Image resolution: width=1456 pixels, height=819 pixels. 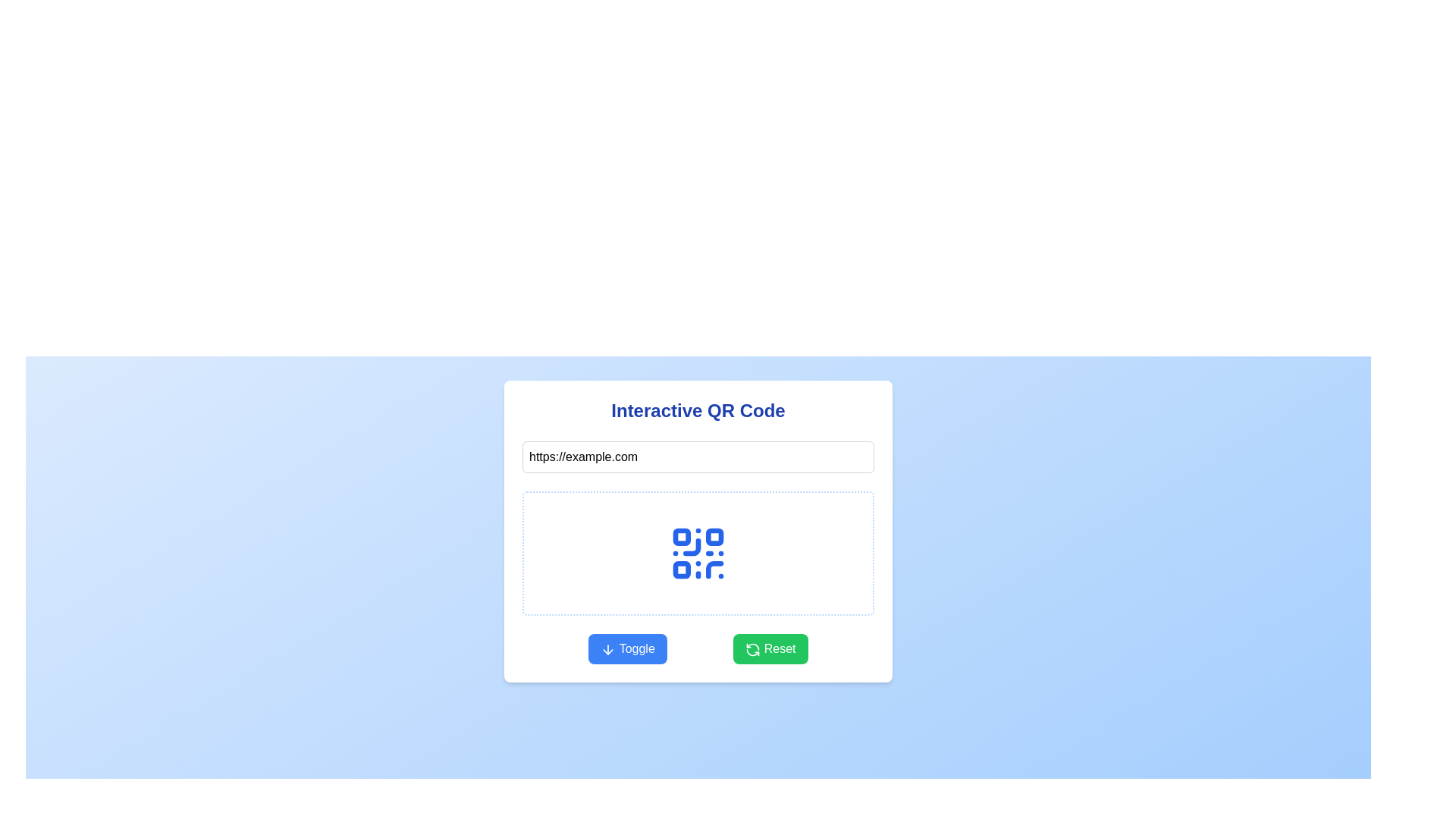 I want to click on the blue 'Toggle' button with a downward arrow icon to observe a color change, so click(x=628, y=648).